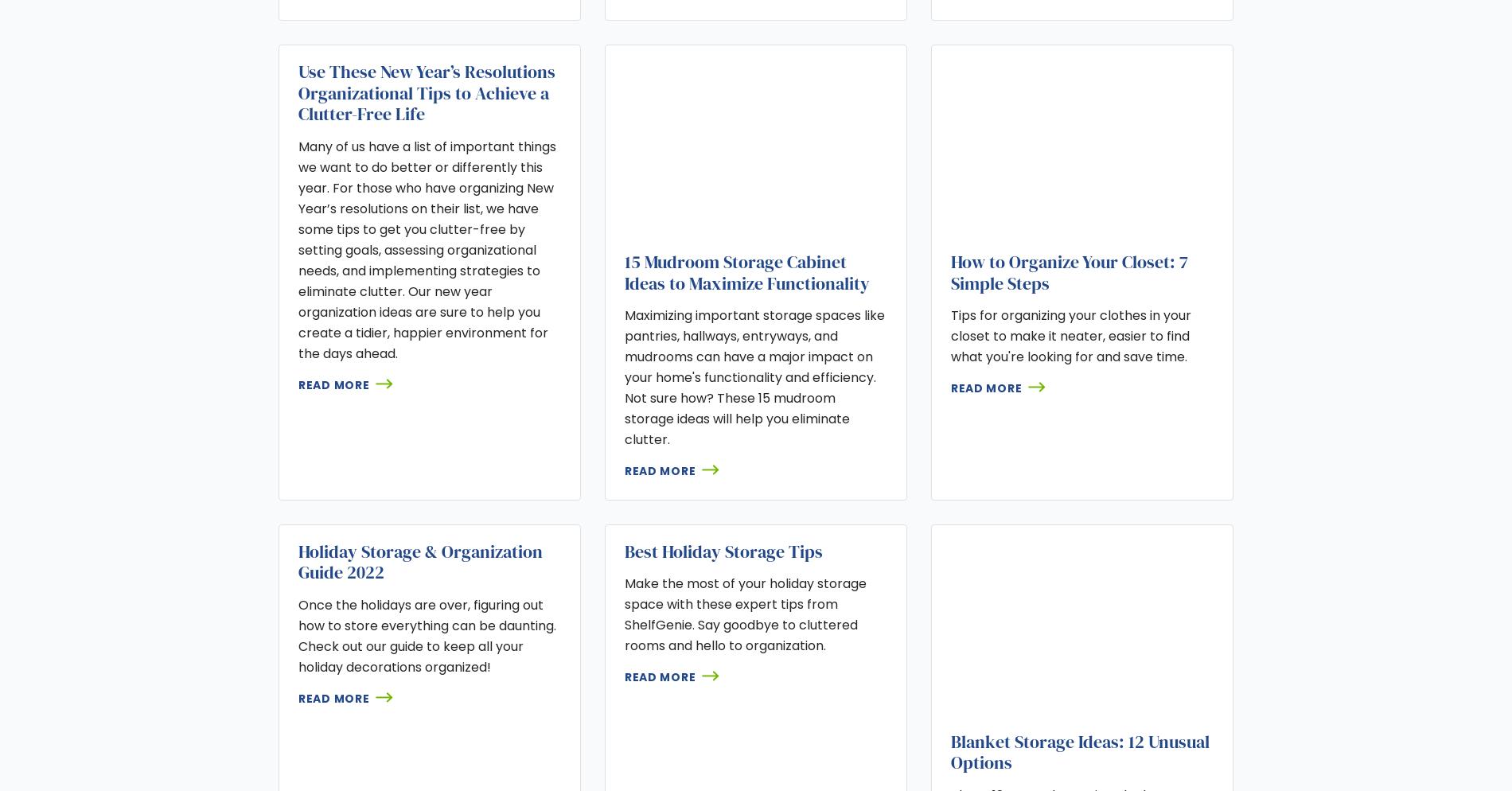 Image resolution: width=1512 pixels, height=791 pixels. I want to click on 'Best Holiday Storage Tips', so click(722, 551).